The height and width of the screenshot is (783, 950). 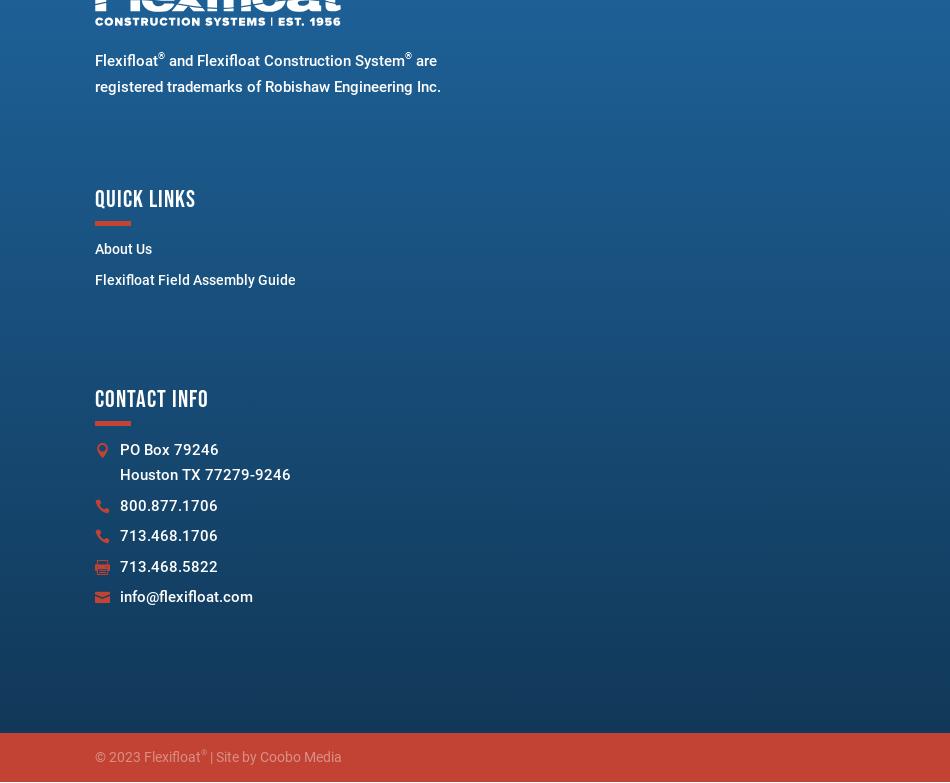 What do you see at coordinates (119, 447) in the screenshot?
I see `'PO Box 79246'` at bounding box center [119, 447].